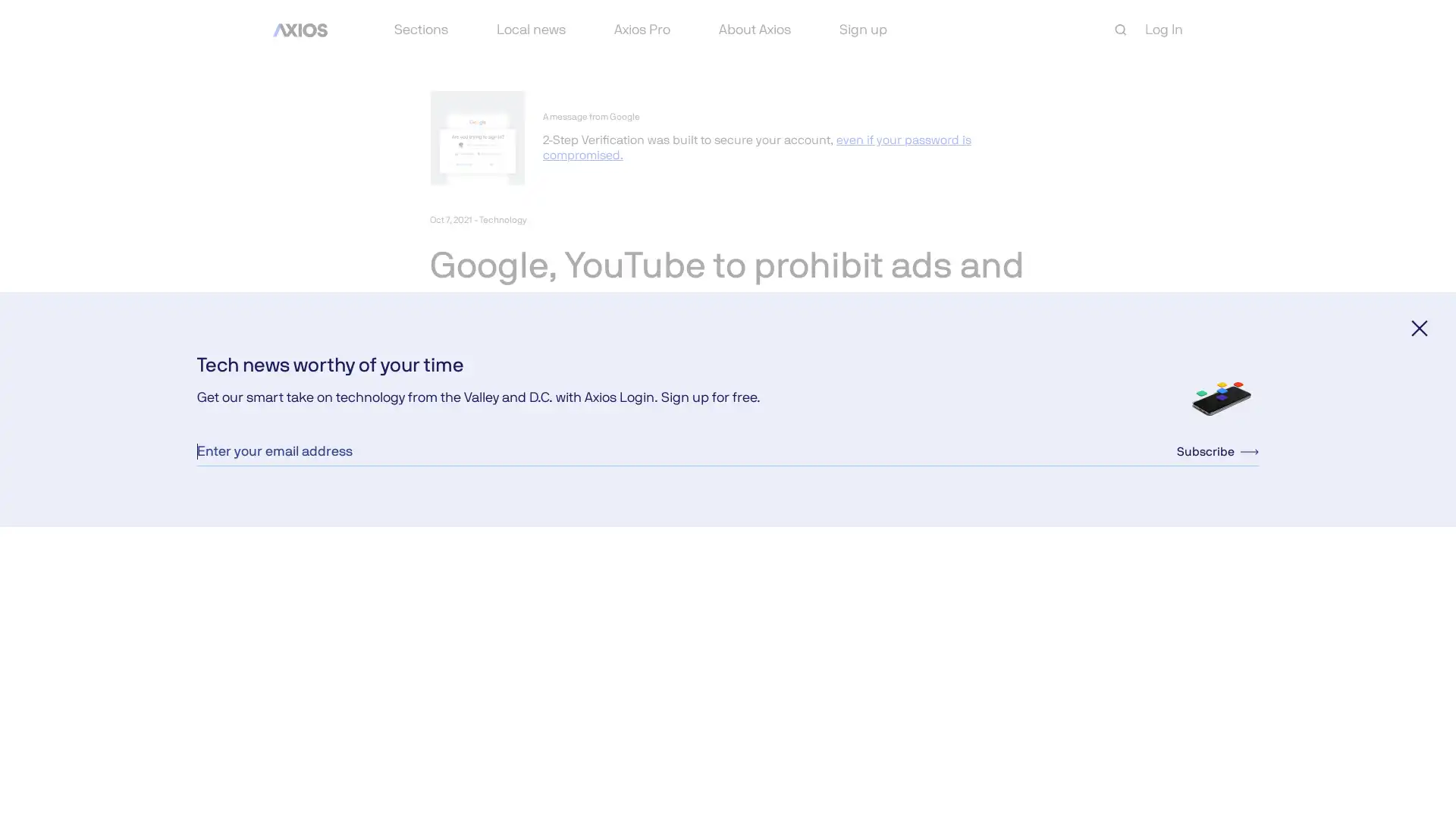 The image size is (1456, 819). Describe the element at coordinates (513, 457) in the screenshot. I see `linkedin` at that location.